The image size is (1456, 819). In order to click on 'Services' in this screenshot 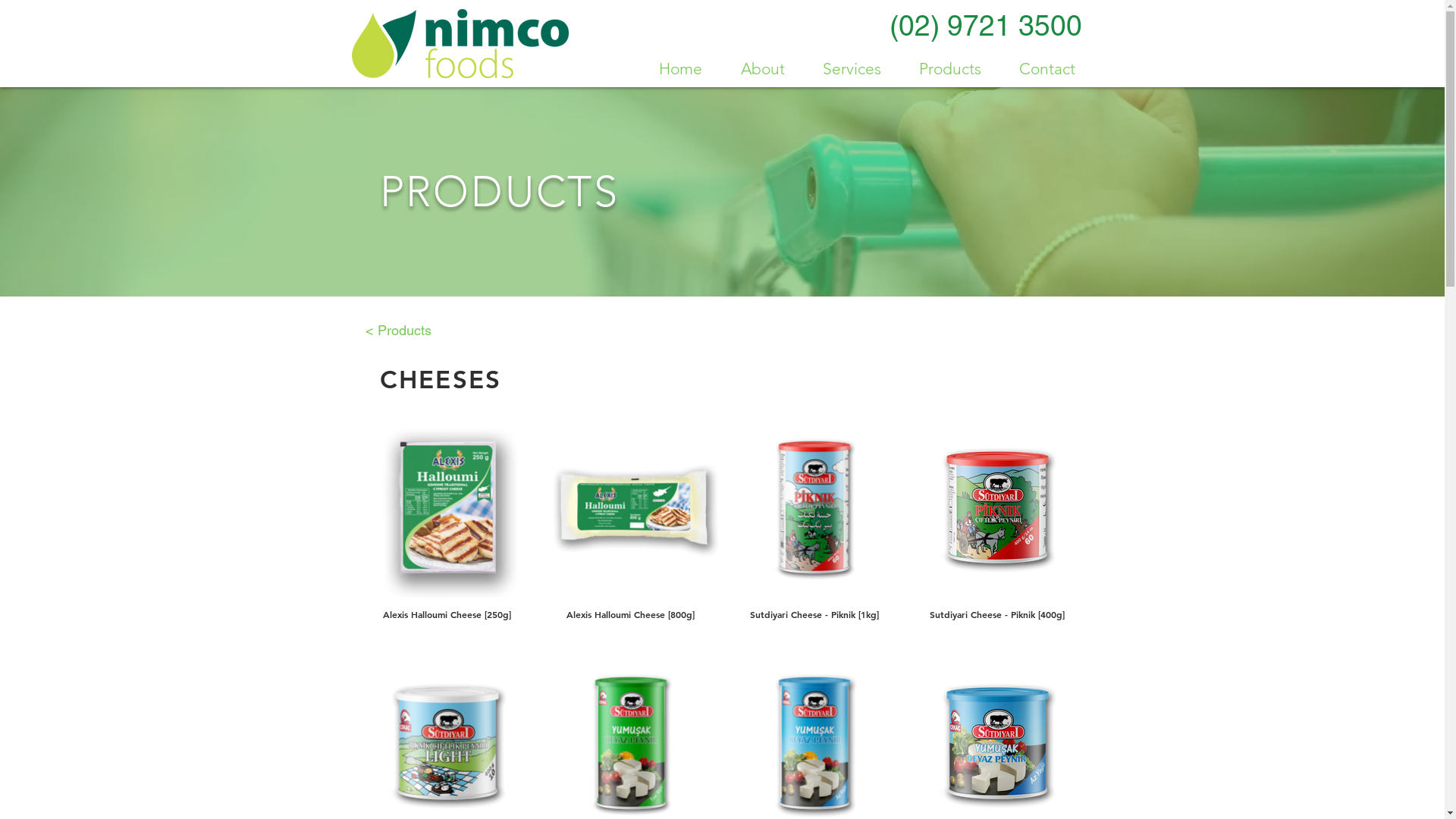, I will do `click(852, 68)`.